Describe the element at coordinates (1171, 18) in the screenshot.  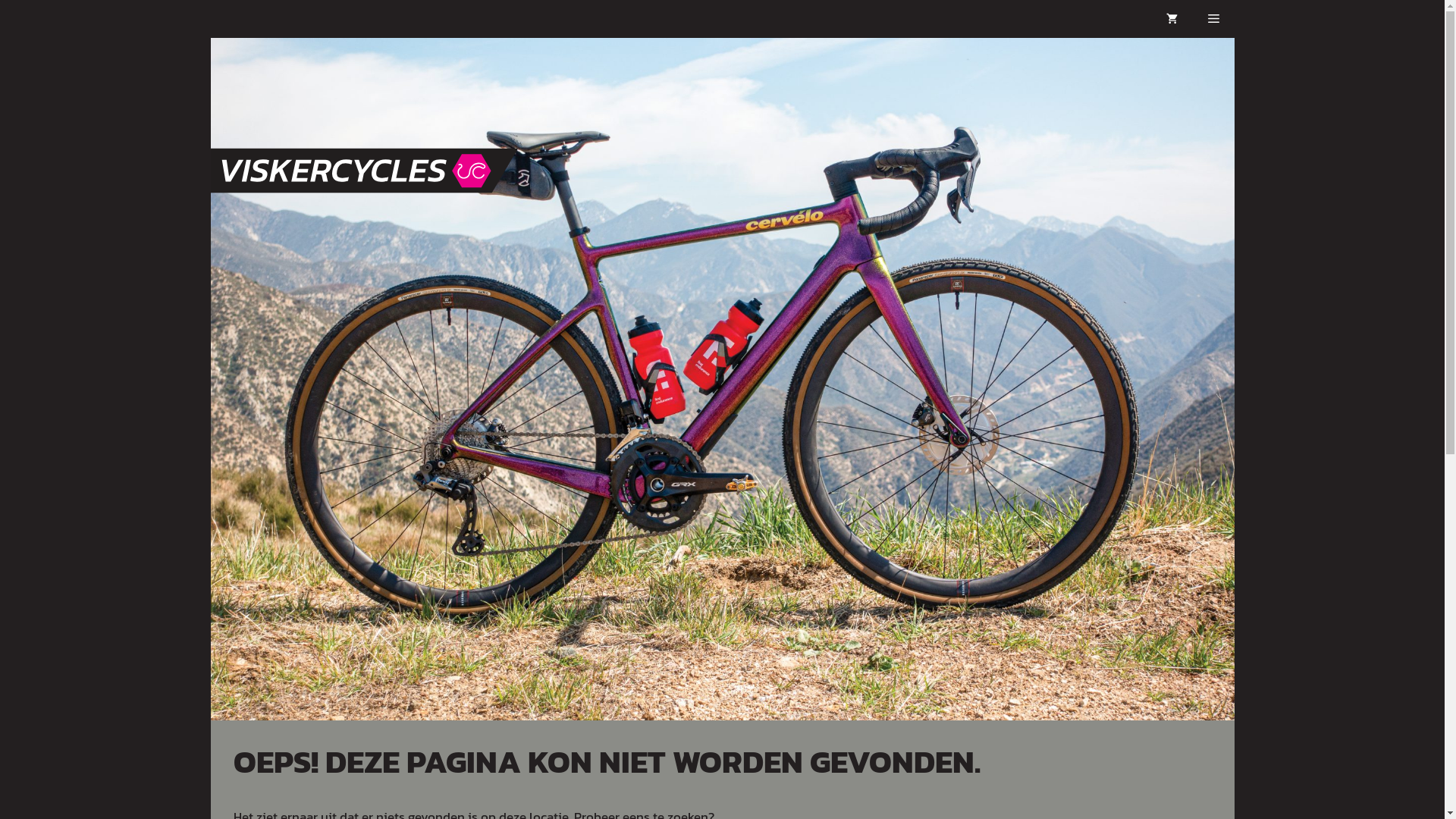
I see `'Bekijk je winkelmand'` at that location.